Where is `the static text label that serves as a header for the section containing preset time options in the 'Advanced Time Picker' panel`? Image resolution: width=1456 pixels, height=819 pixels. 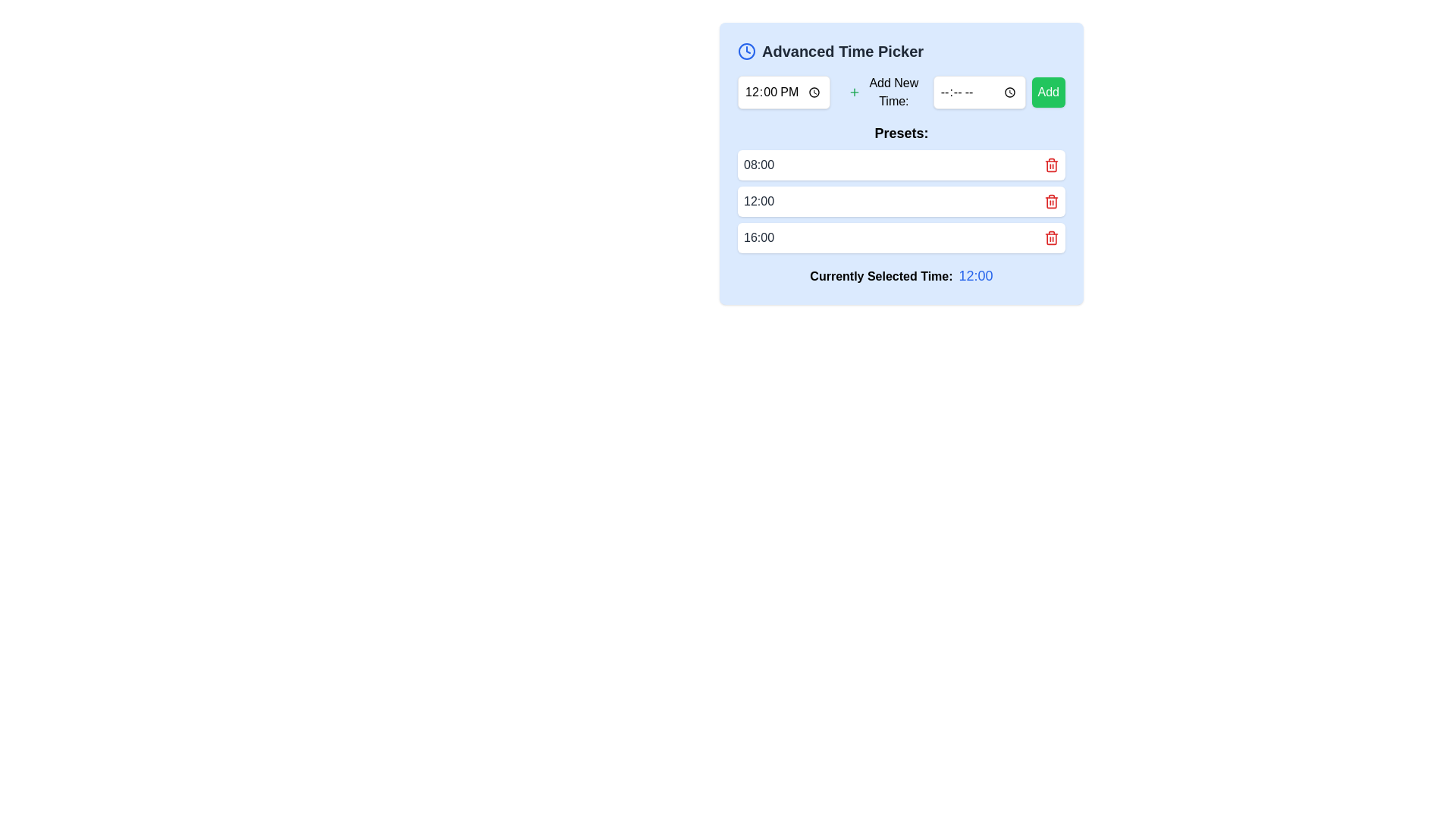 the static text label that serves as a header for the section containing preset time options in the 'Advanced Time Picker' panel is located at coordinates (902, 133).